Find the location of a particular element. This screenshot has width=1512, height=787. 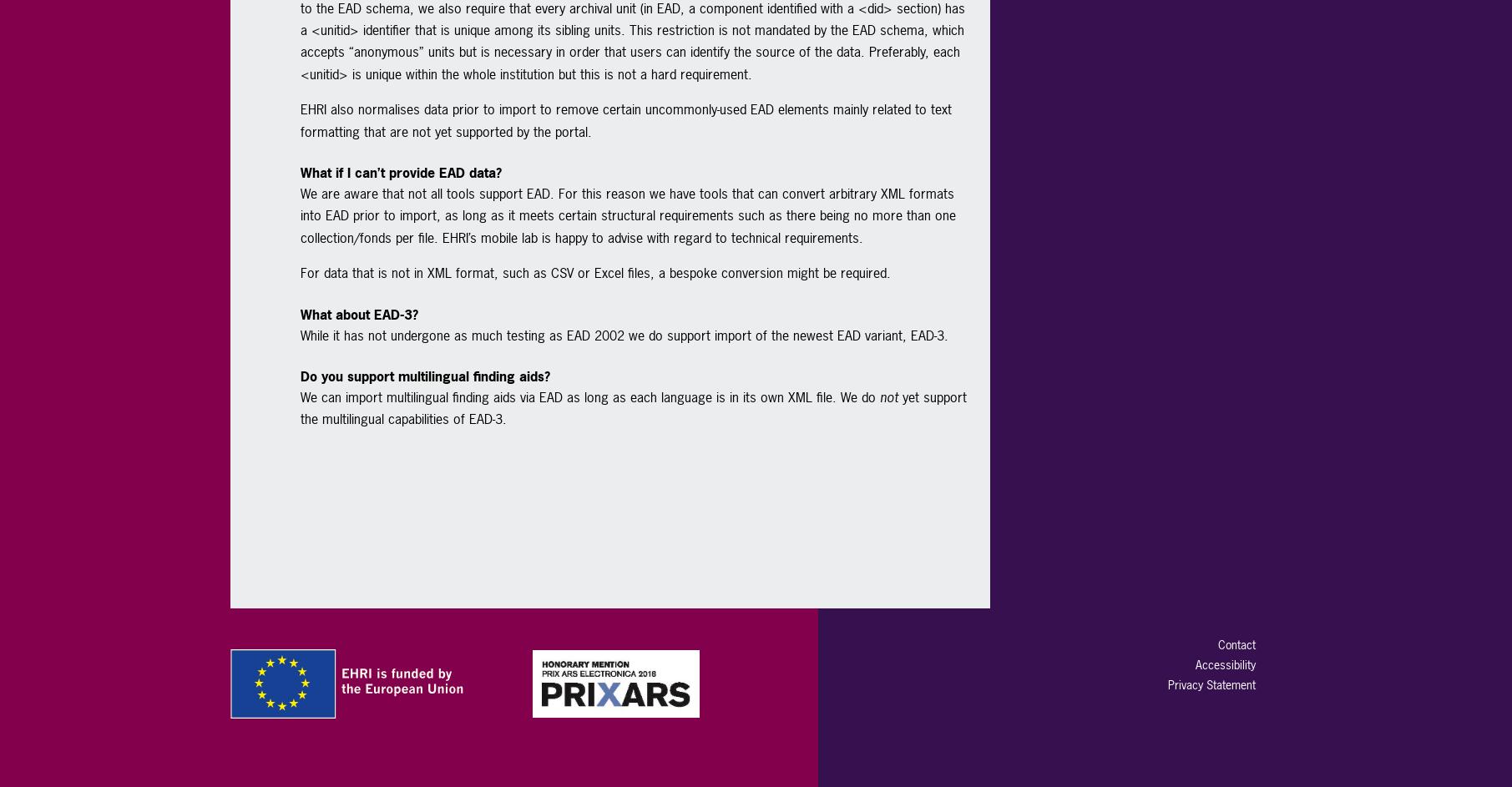

'We can import multilingual finding aids via EAD as long as each language is in its own XML file. We do' is located at coordinates (298, 395).